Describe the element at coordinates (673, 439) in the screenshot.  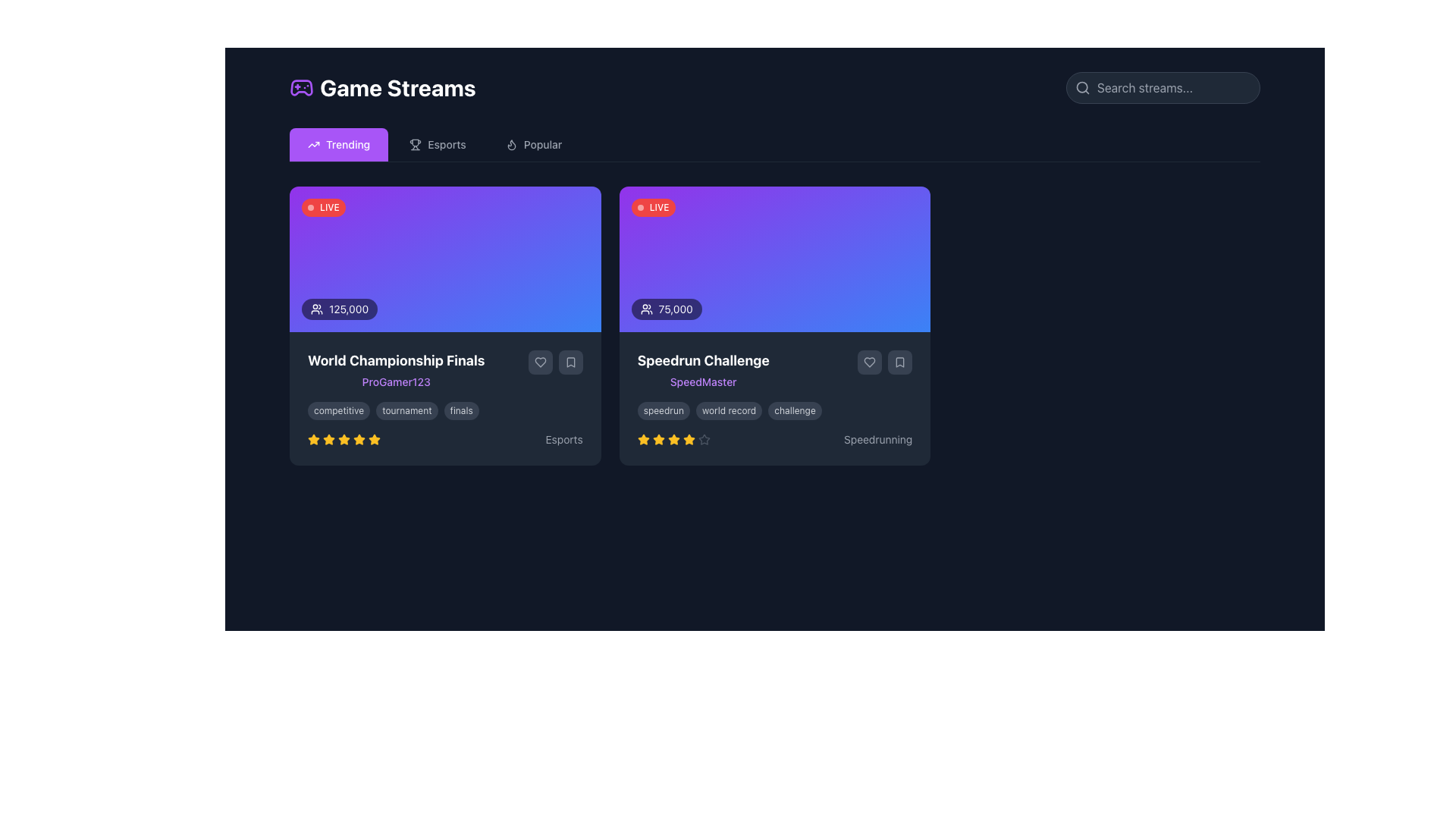
I see `the fifth star icon in the rating system within the 'Speedrun Challenge' card to rate it` at that location.